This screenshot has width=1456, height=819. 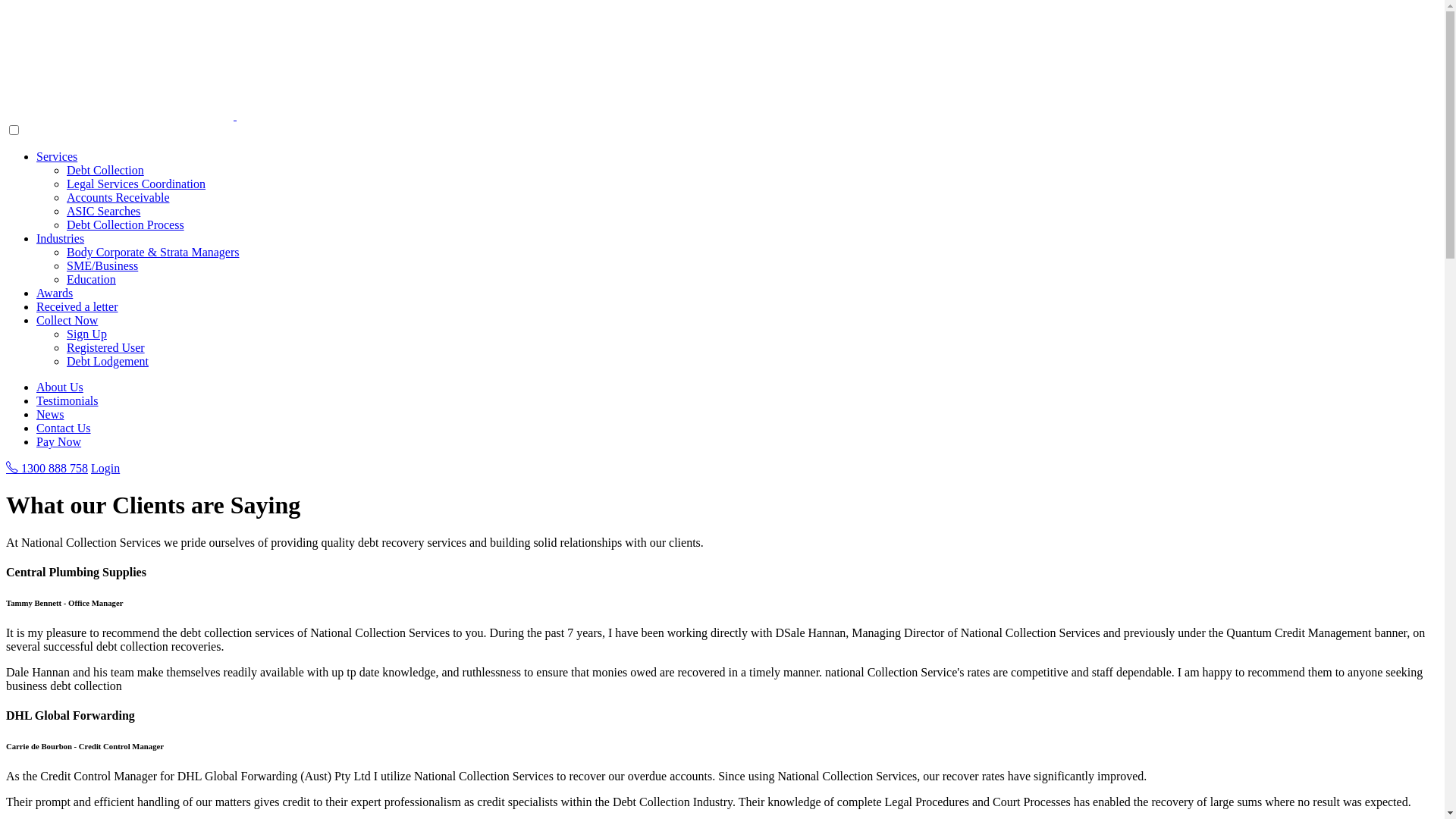 What do you see at coordinates (60, 238) in the screenshot?
I see `'Industries'` at bounding box center [60, 238].